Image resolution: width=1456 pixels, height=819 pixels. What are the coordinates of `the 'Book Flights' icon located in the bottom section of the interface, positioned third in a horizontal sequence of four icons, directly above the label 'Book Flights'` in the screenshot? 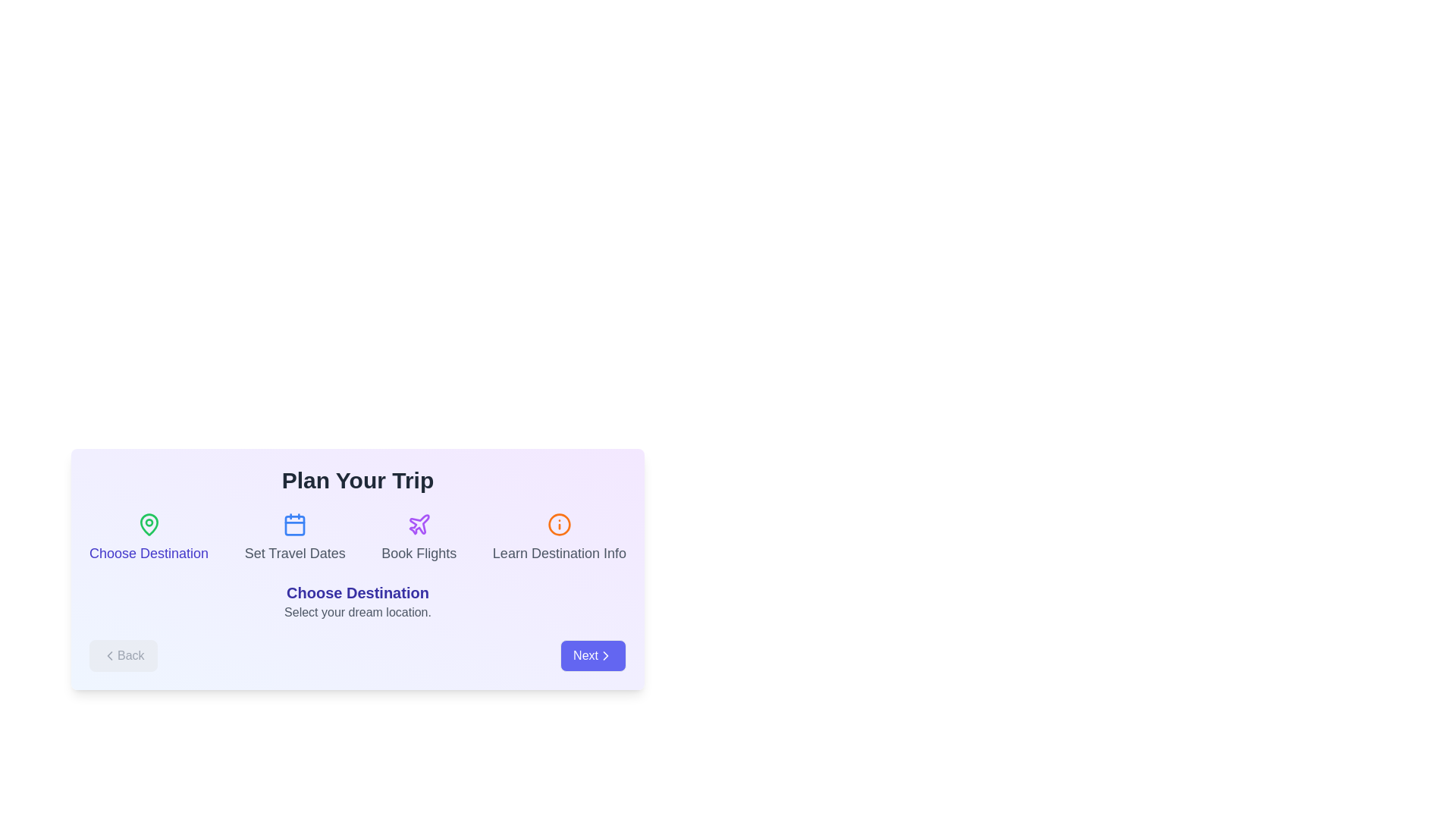 It's located at (419, 523).